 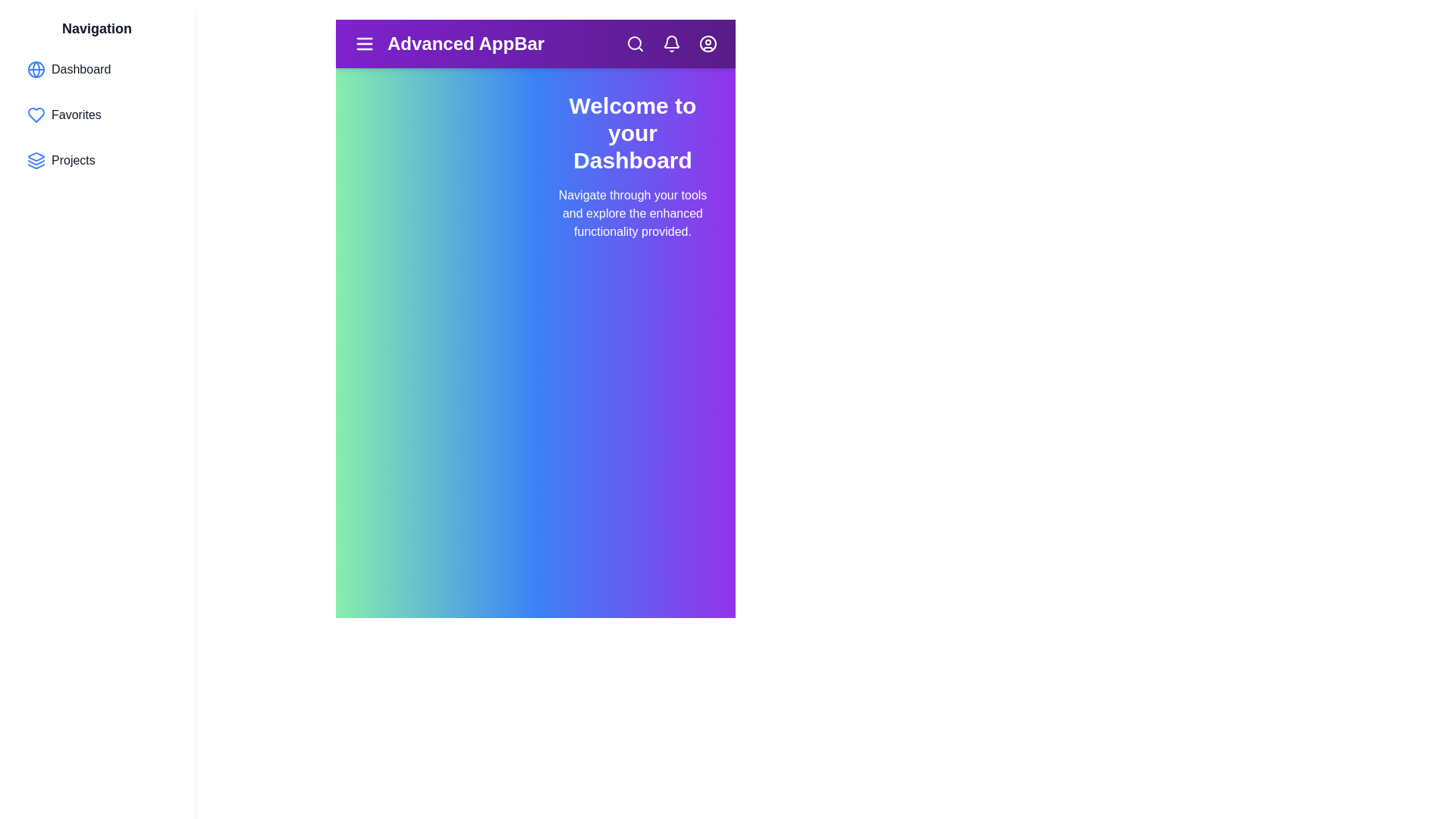 I want to click on the navigation item Dashboard, so click(x=96, y=70).